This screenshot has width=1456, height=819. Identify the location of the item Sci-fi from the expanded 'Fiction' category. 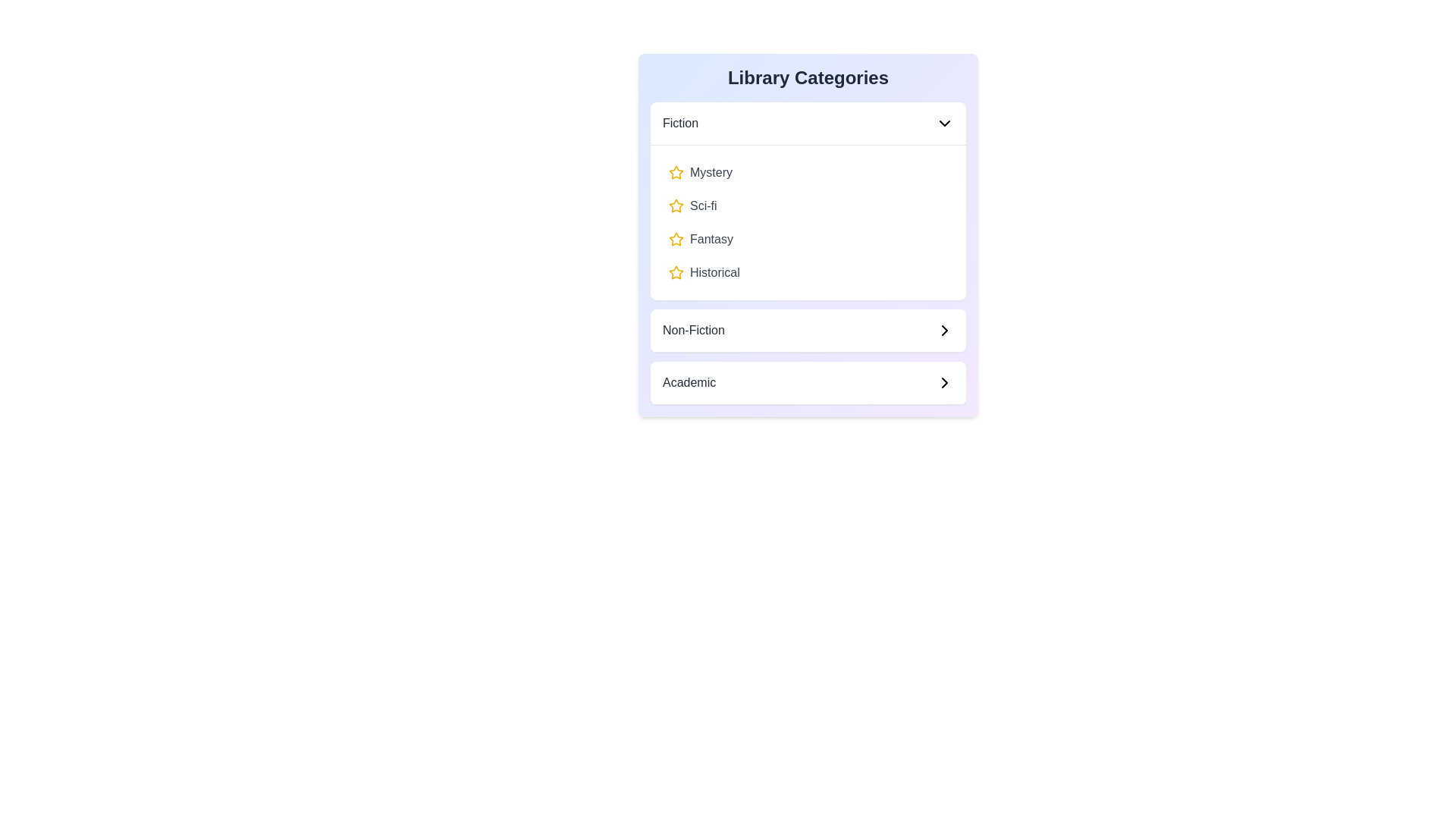
(807, 206).